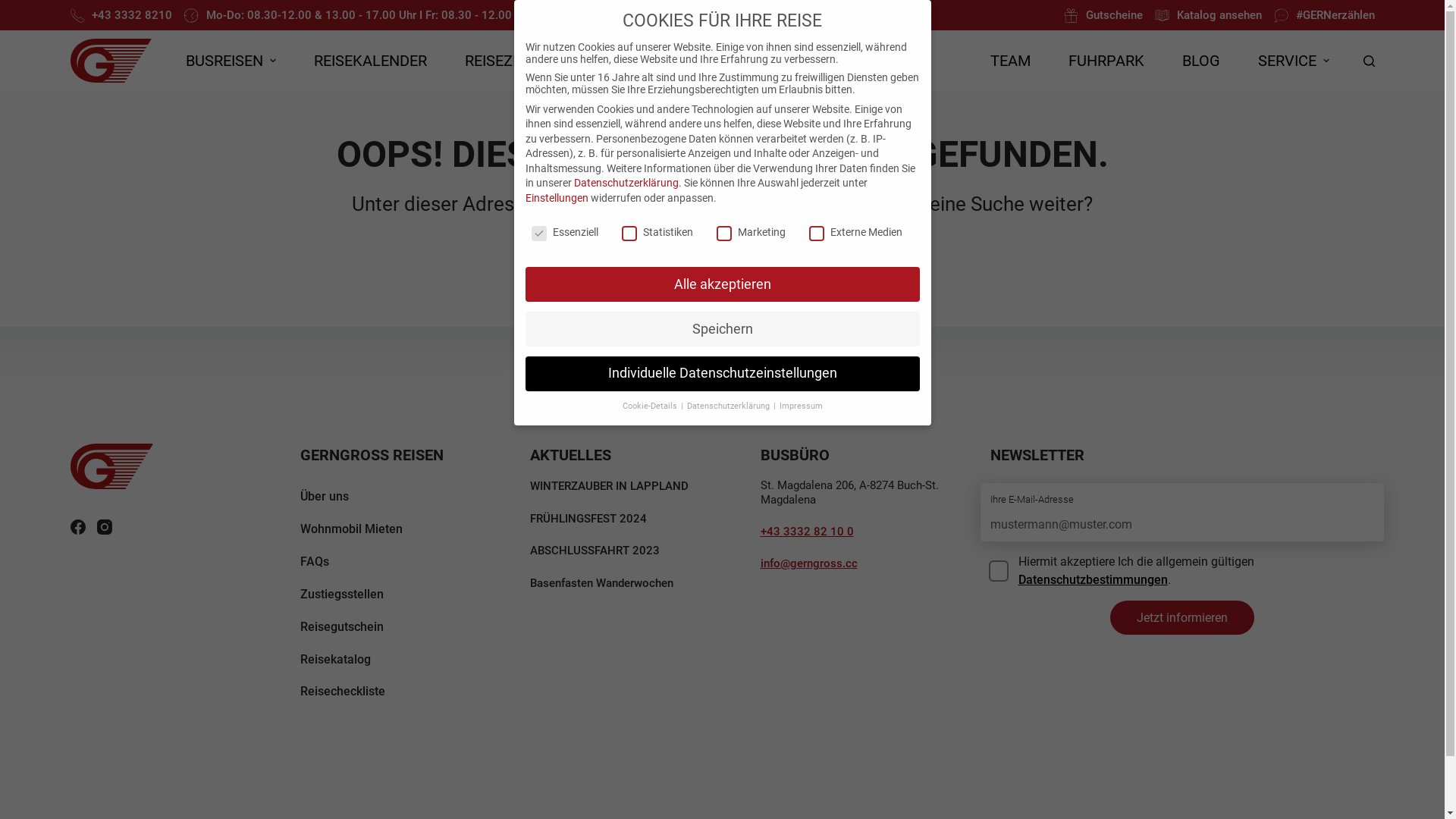 The width and height of the screenshot is (1456, 819). What do you see at coordinates (1207, 14) in the screenshot?
I see `'Katalog ansehen'` at bounding box center [1207, 14].